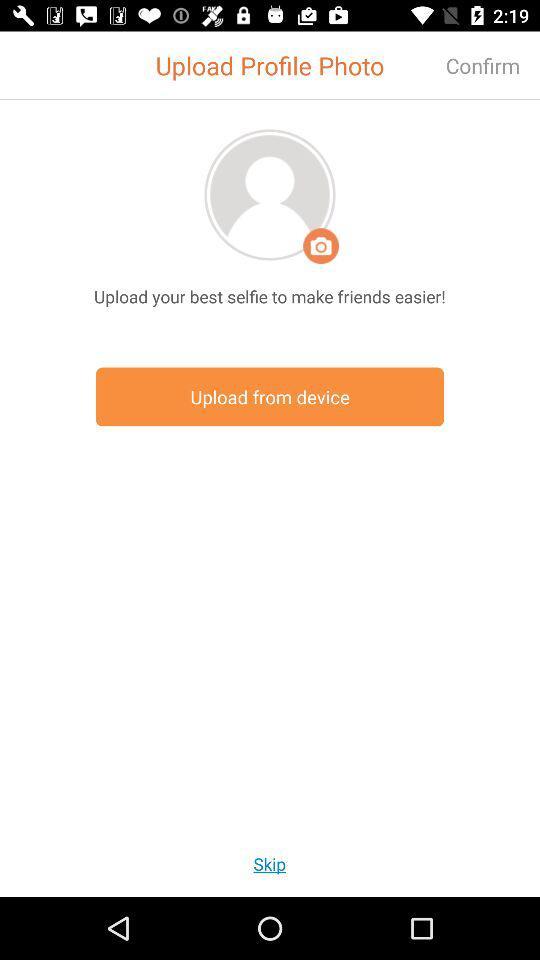 The image size is (540, 960). I want to click on profile picture, so click(270, 194).